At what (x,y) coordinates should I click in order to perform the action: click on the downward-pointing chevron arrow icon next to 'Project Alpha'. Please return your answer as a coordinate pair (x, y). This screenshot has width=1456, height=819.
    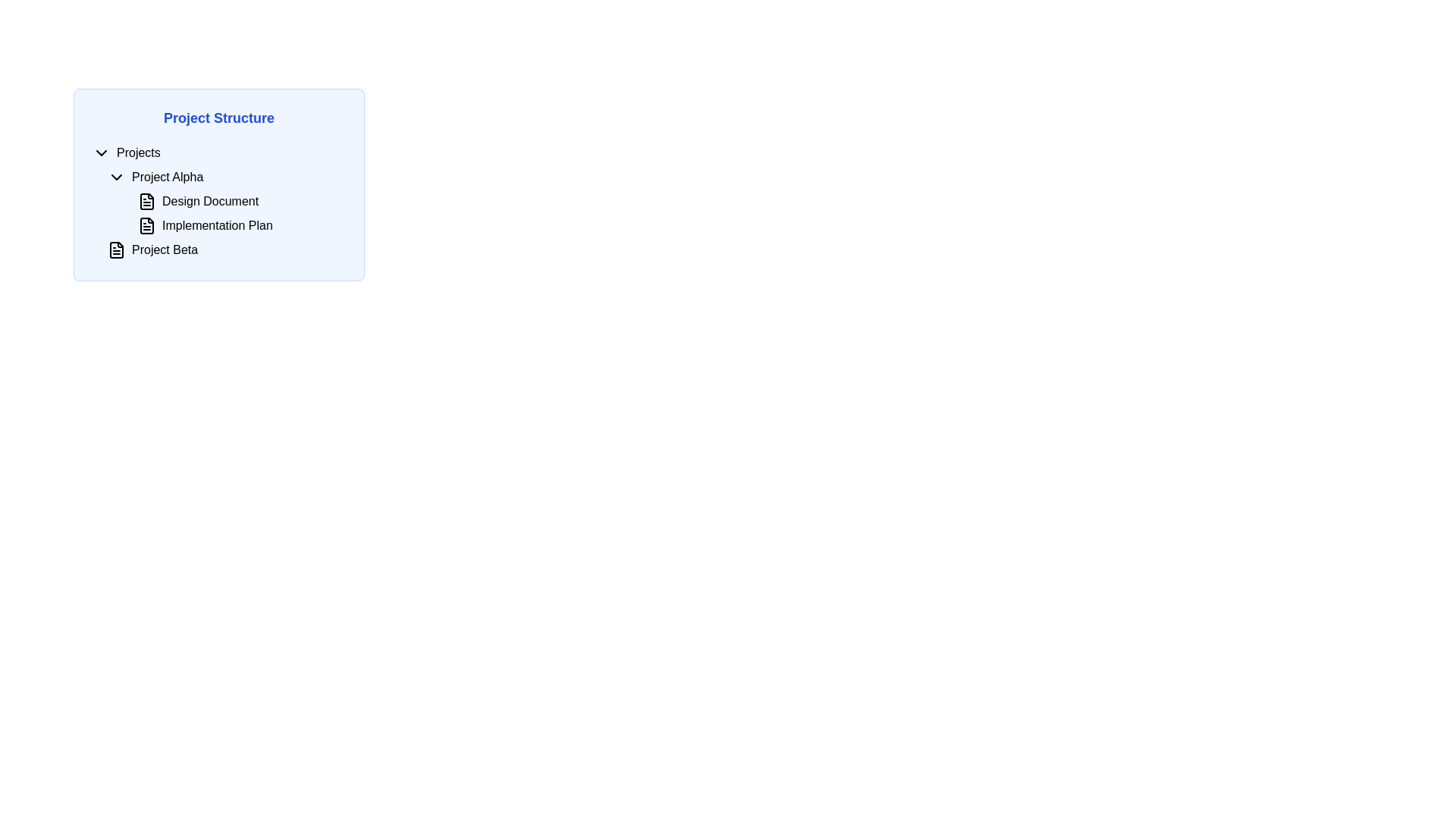
    Looking at the image, I should click on (115, 177).